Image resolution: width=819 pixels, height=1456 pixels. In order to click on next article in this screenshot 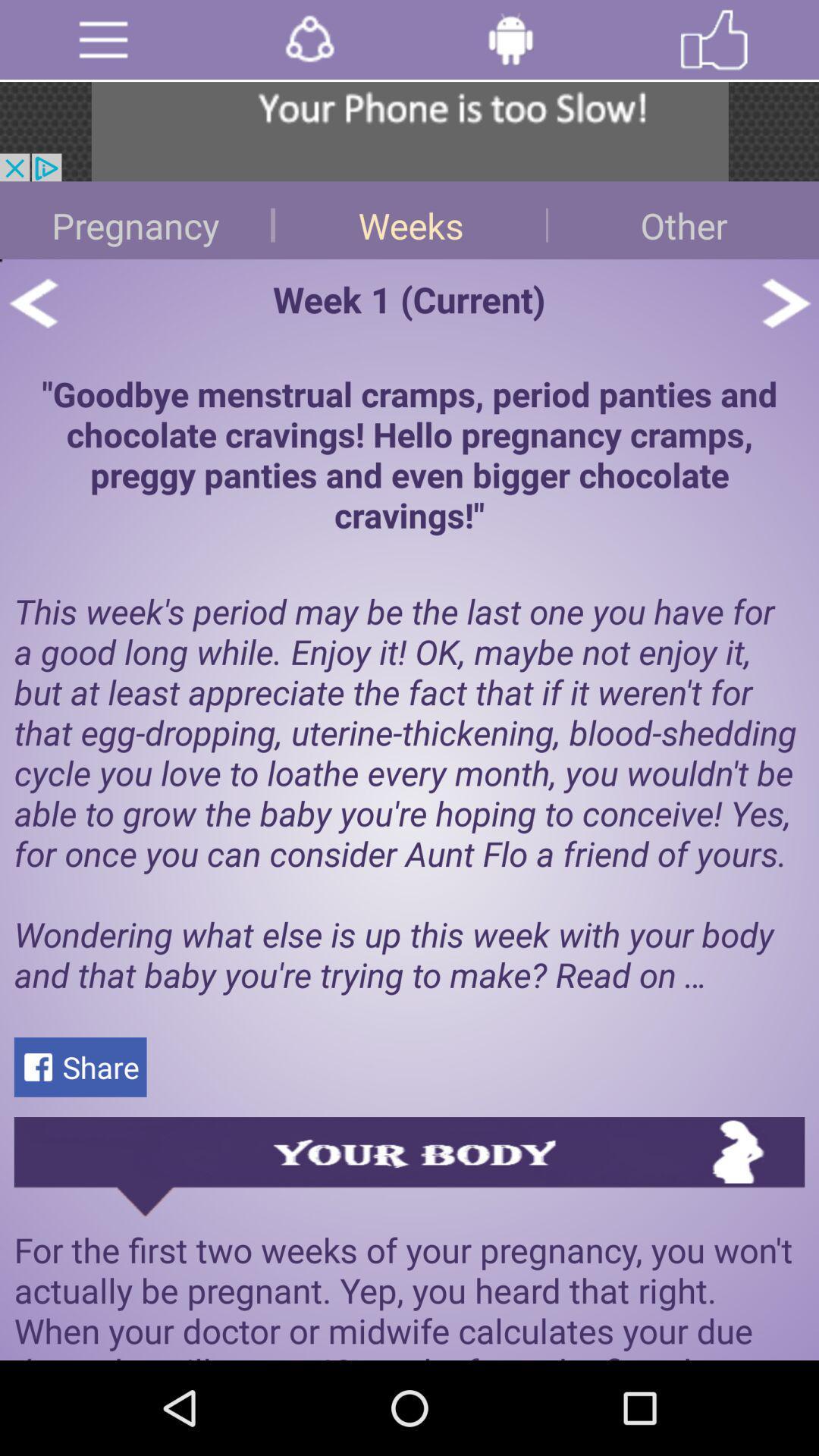, I will do `click(785, 303)`.